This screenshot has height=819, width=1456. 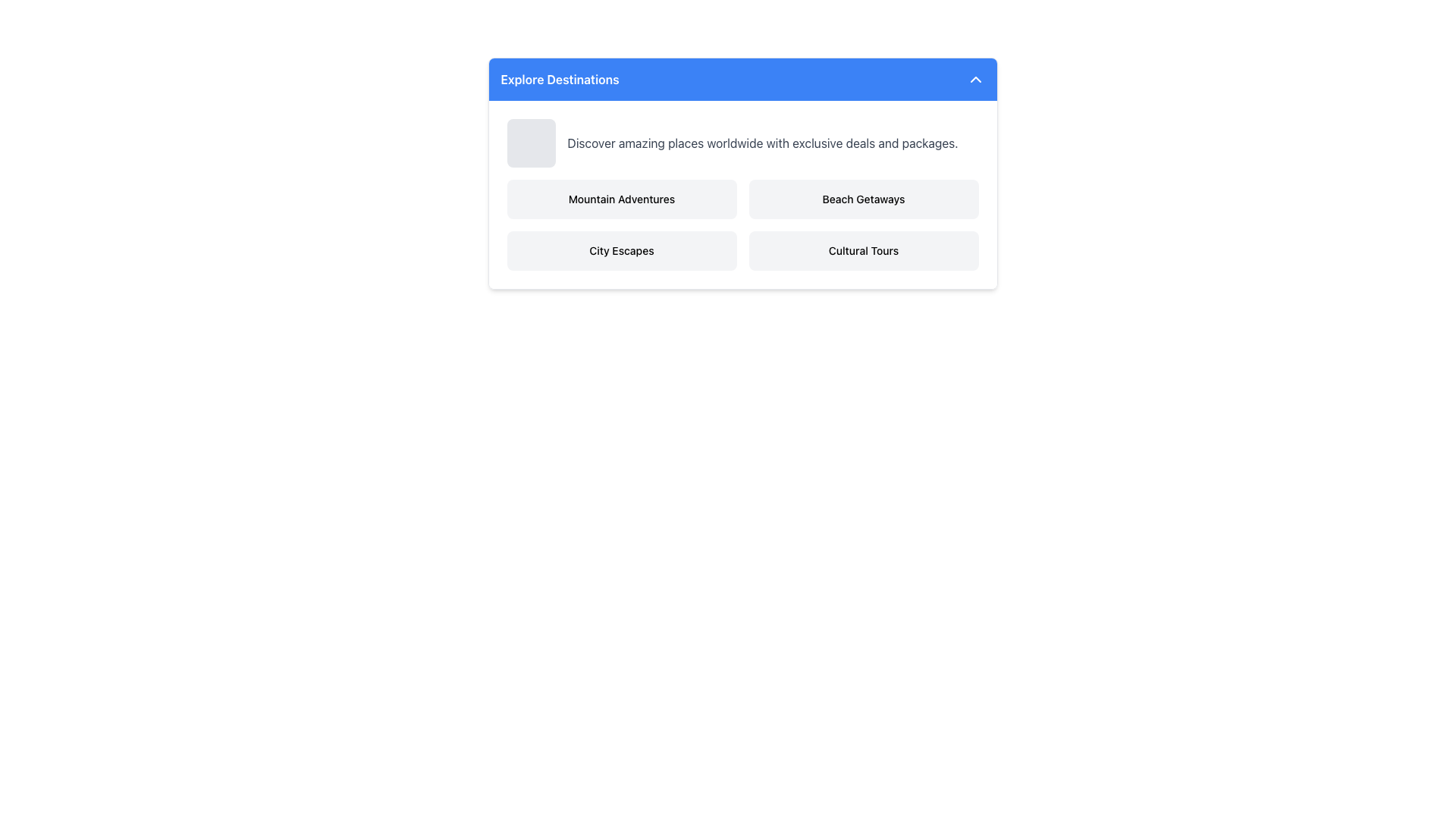 What do you see at coordinates (622, 250) in the screenshot?
I see `the 'City Escapes' button, which is a rectangular box with rounded corners, light gray background, and centered black text in a clean sans-serif font` at bounding box center [622, 250].